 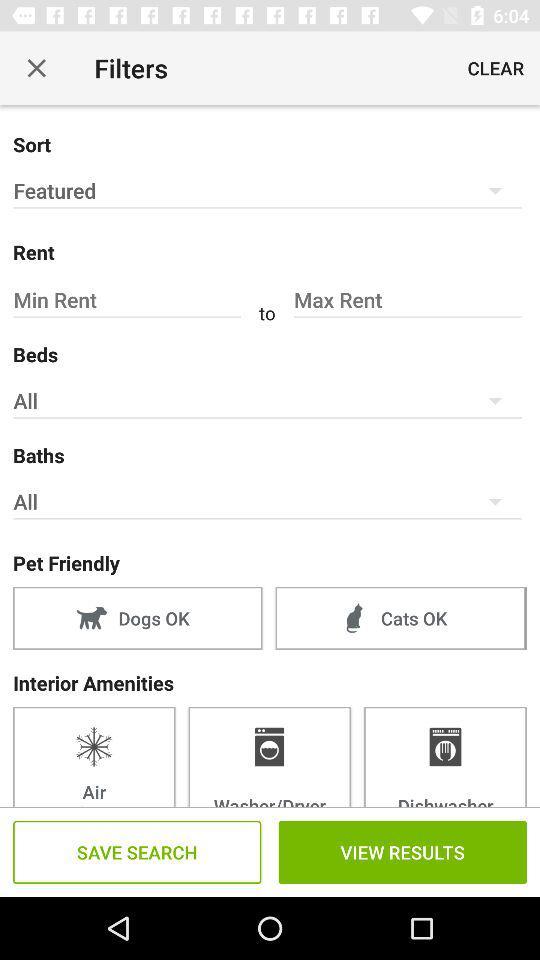 I want to click on the icon next to dishwasher icon, so click(x=269, y=755).